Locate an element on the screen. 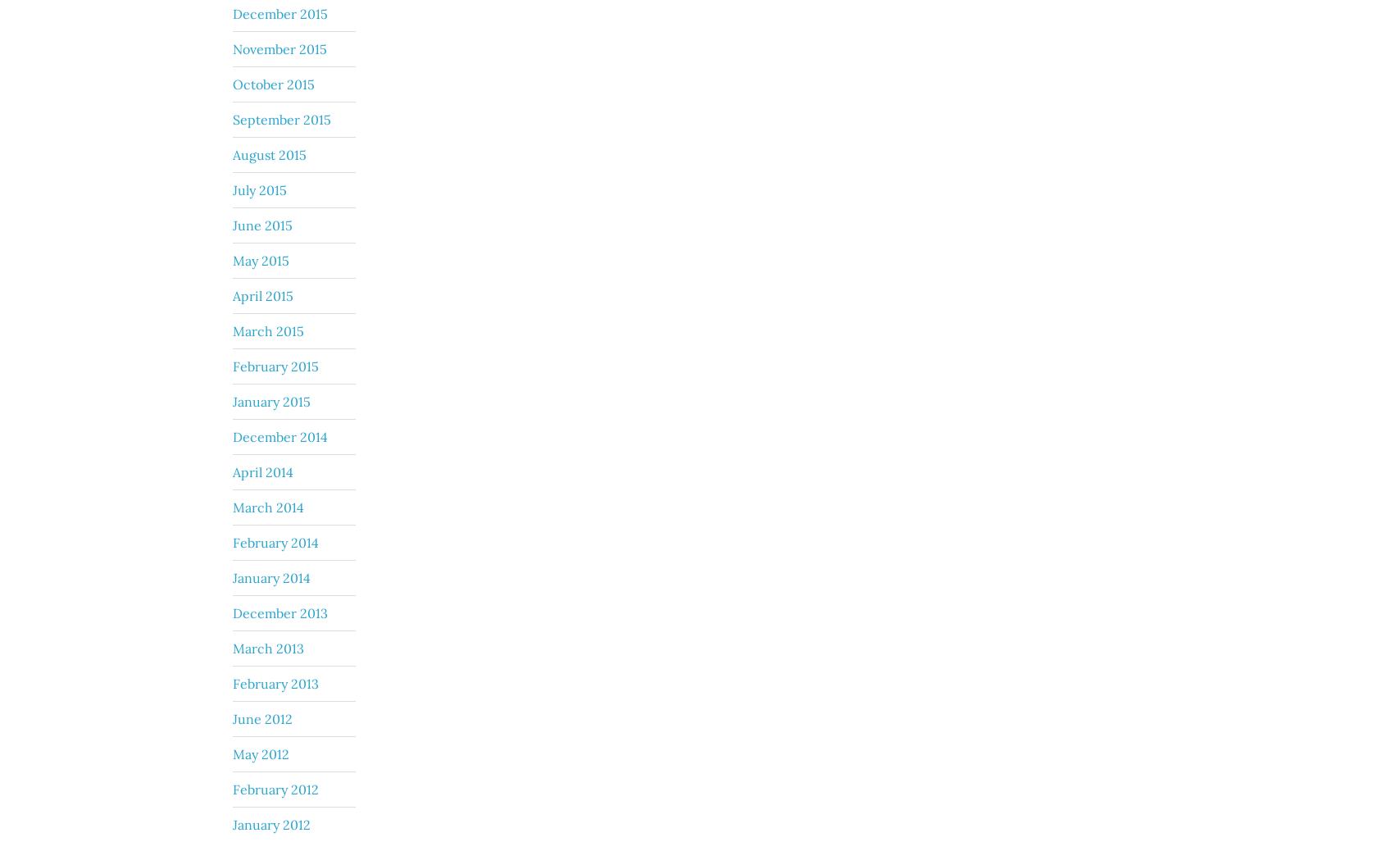 This screenshot has width=1400, height=842. 'November 2015' is located at coordinates (280, 47).